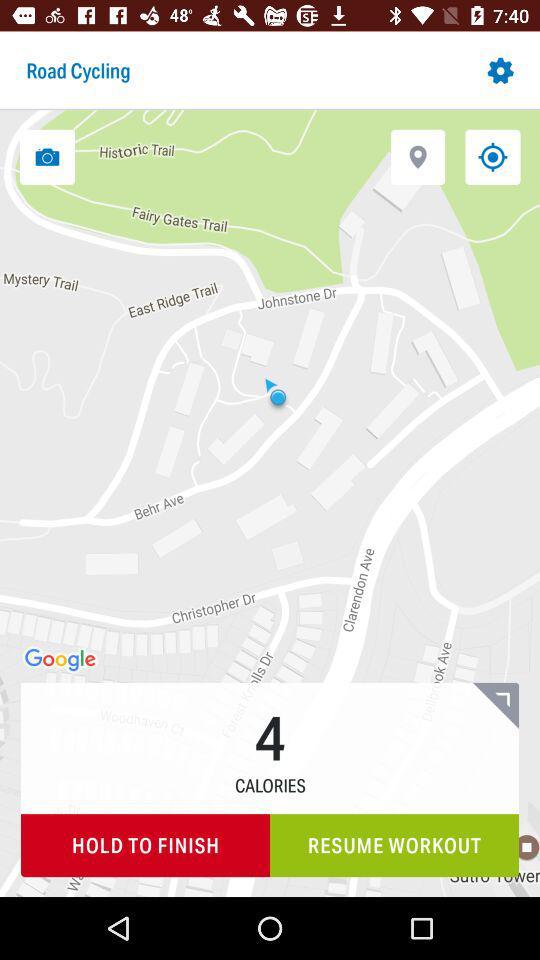 This screenshot has height=960, width=540. I want to click on item to the left of the resume workout icon, so click(144, 844).